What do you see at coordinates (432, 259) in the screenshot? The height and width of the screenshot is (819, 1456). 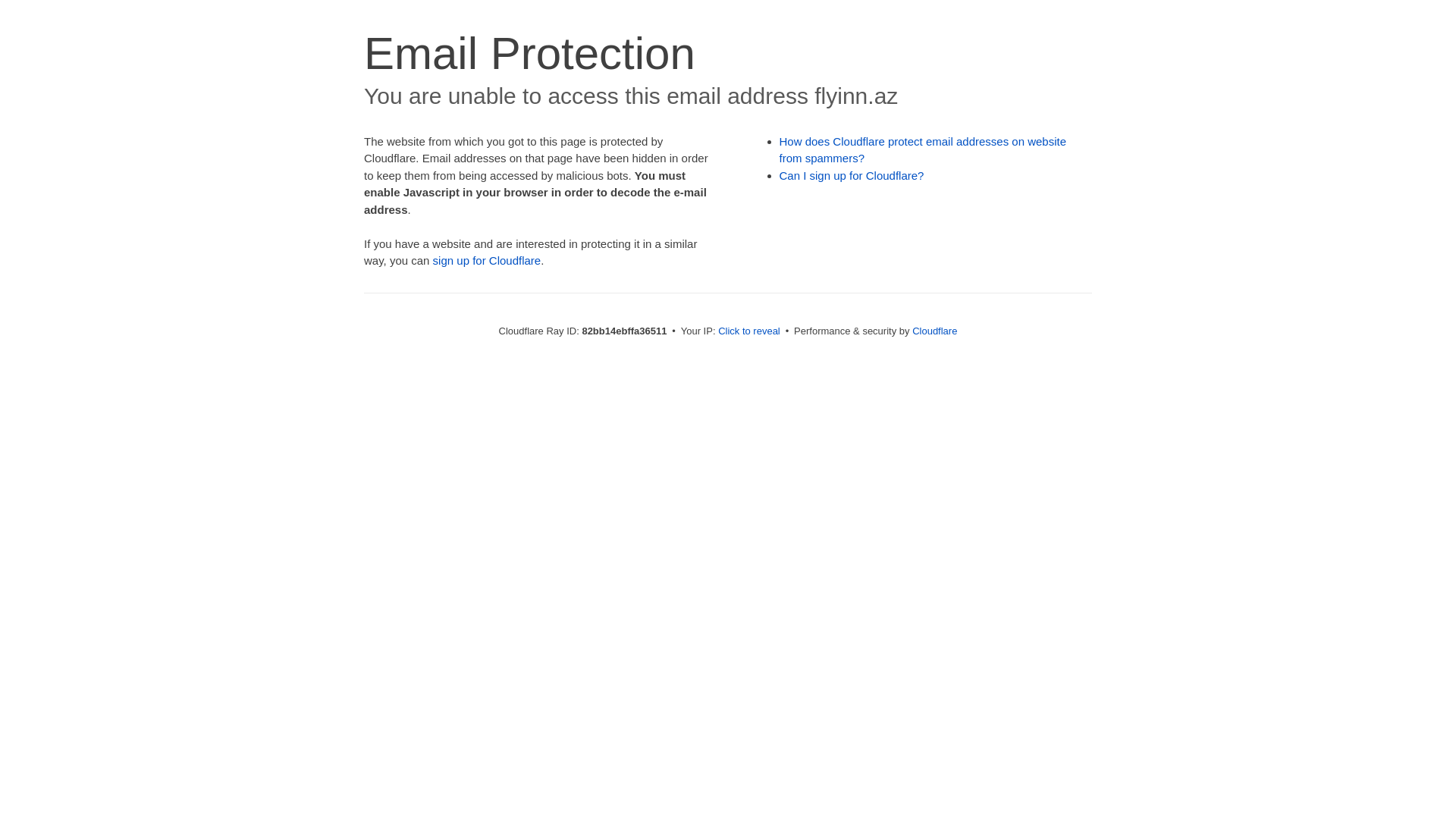 I see `'sign up for Cloudflare'` at bounding box center [432, 259].